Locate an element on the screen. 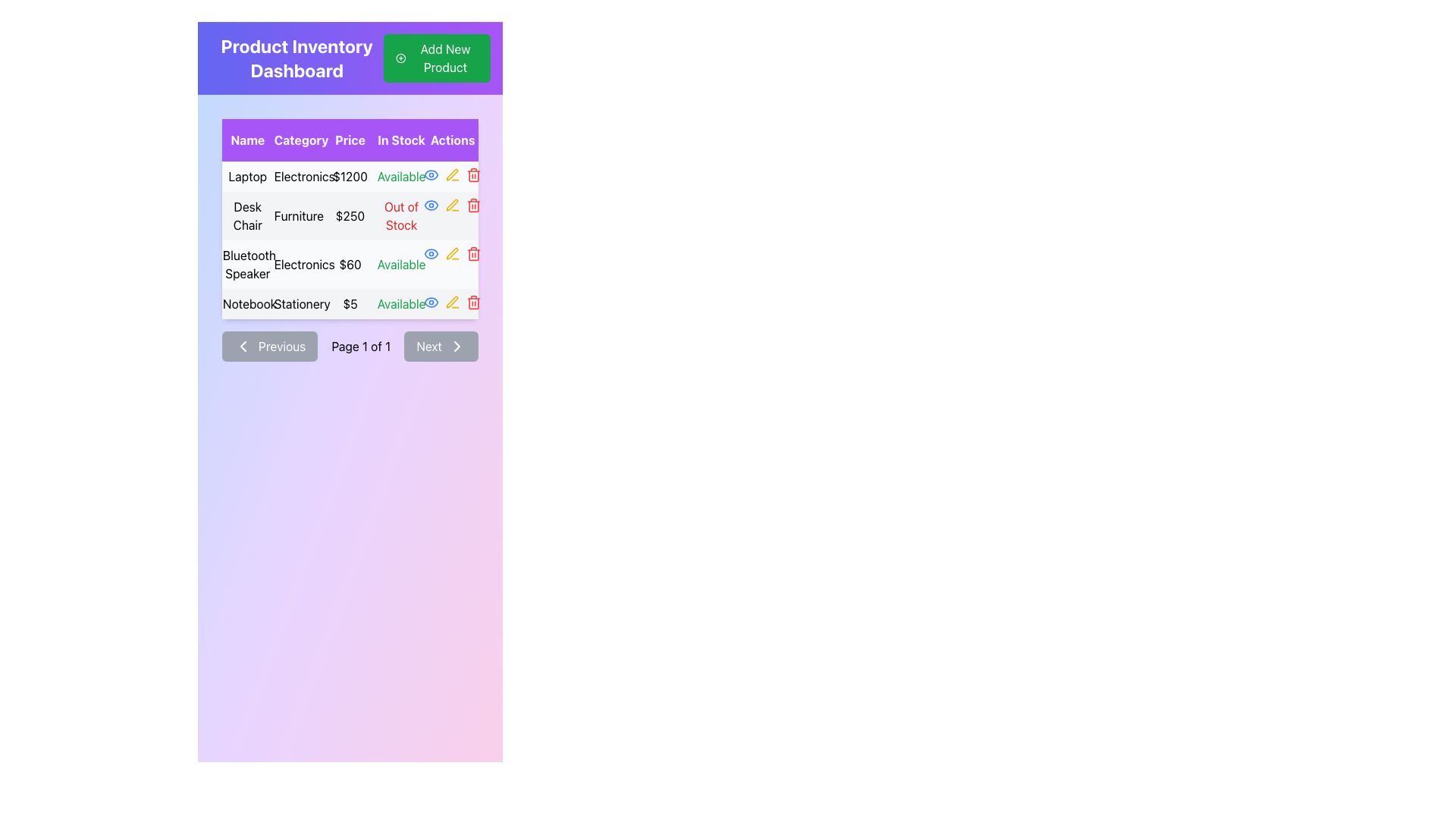  the 'Actions' header label, which is the last column in the top row of the table, styled with a purple background and white text is located at coordinates (452, 140).